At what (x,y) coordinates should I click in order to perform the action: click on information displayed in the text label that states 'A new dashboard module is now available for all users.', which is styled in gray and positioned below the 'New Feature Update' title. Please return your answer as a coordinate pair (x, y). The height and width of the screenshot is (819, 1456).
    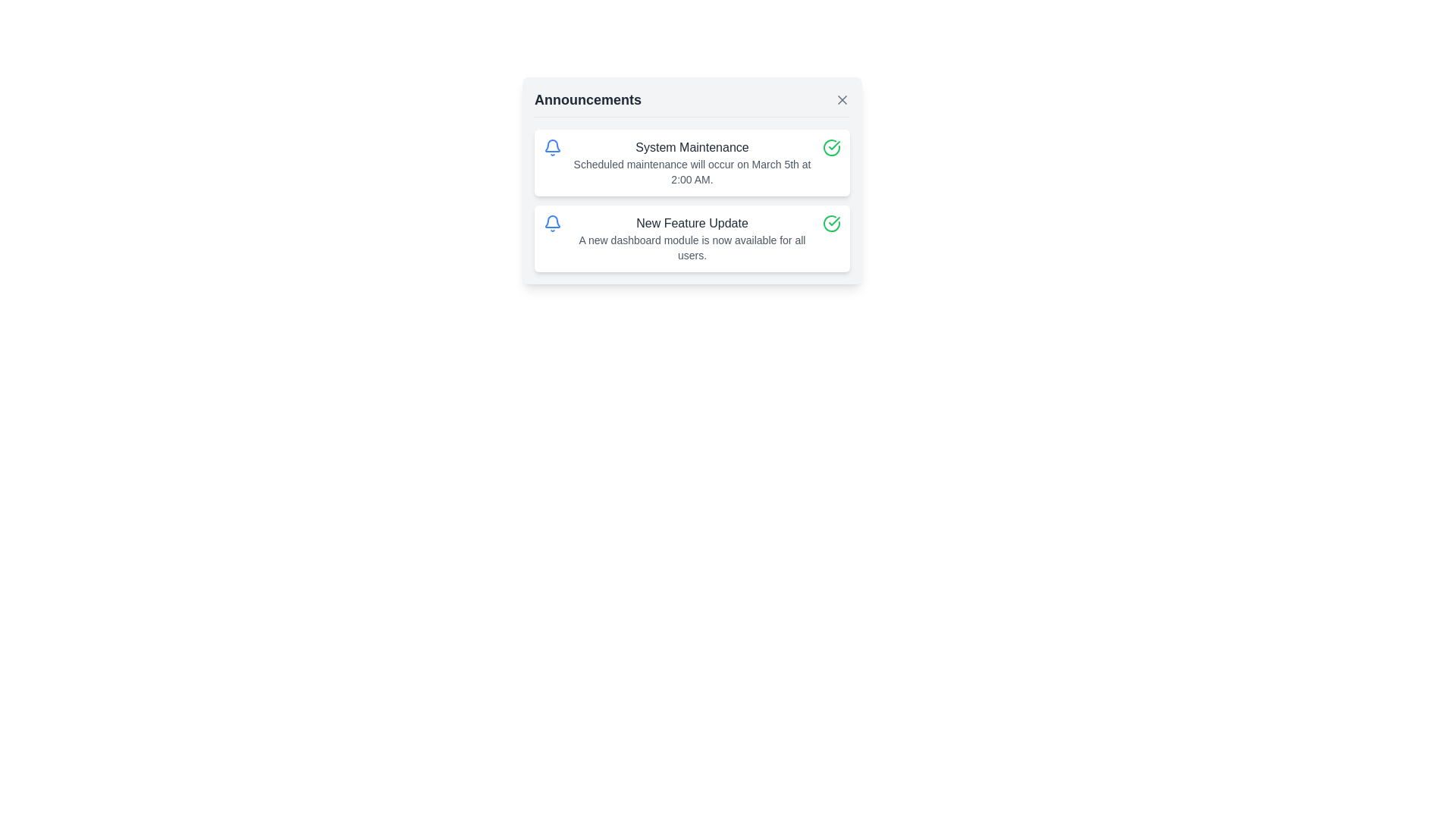
    Looking at the image, I should click on (691, 247).